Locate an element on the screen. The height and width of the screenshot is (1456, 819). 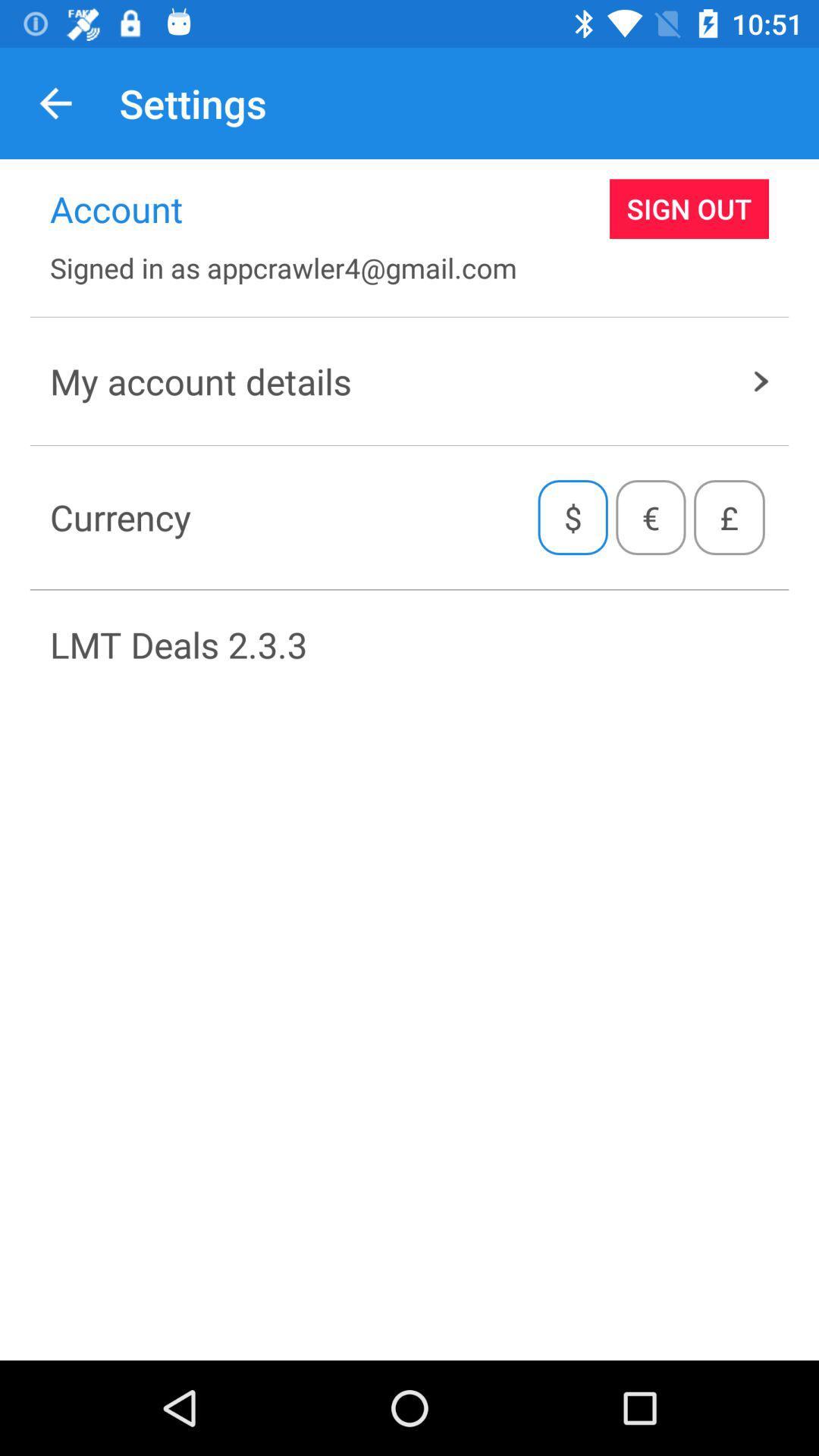
app next to the settings item is located at coordinates (55, 102).